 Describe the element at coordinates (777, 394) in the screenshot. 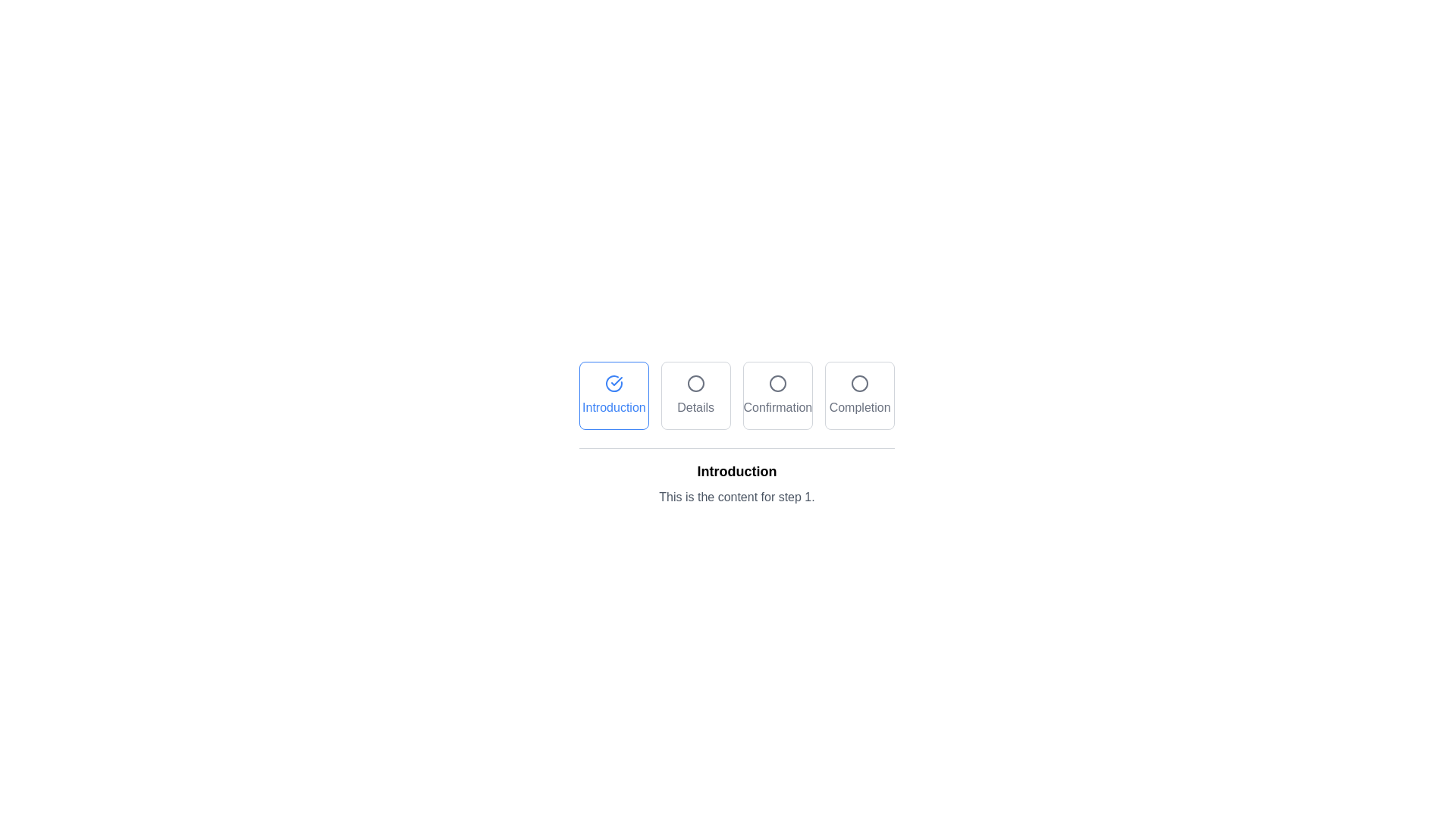

I see `the 'Confirmation' button, which is the third button in a row of four` at that location.